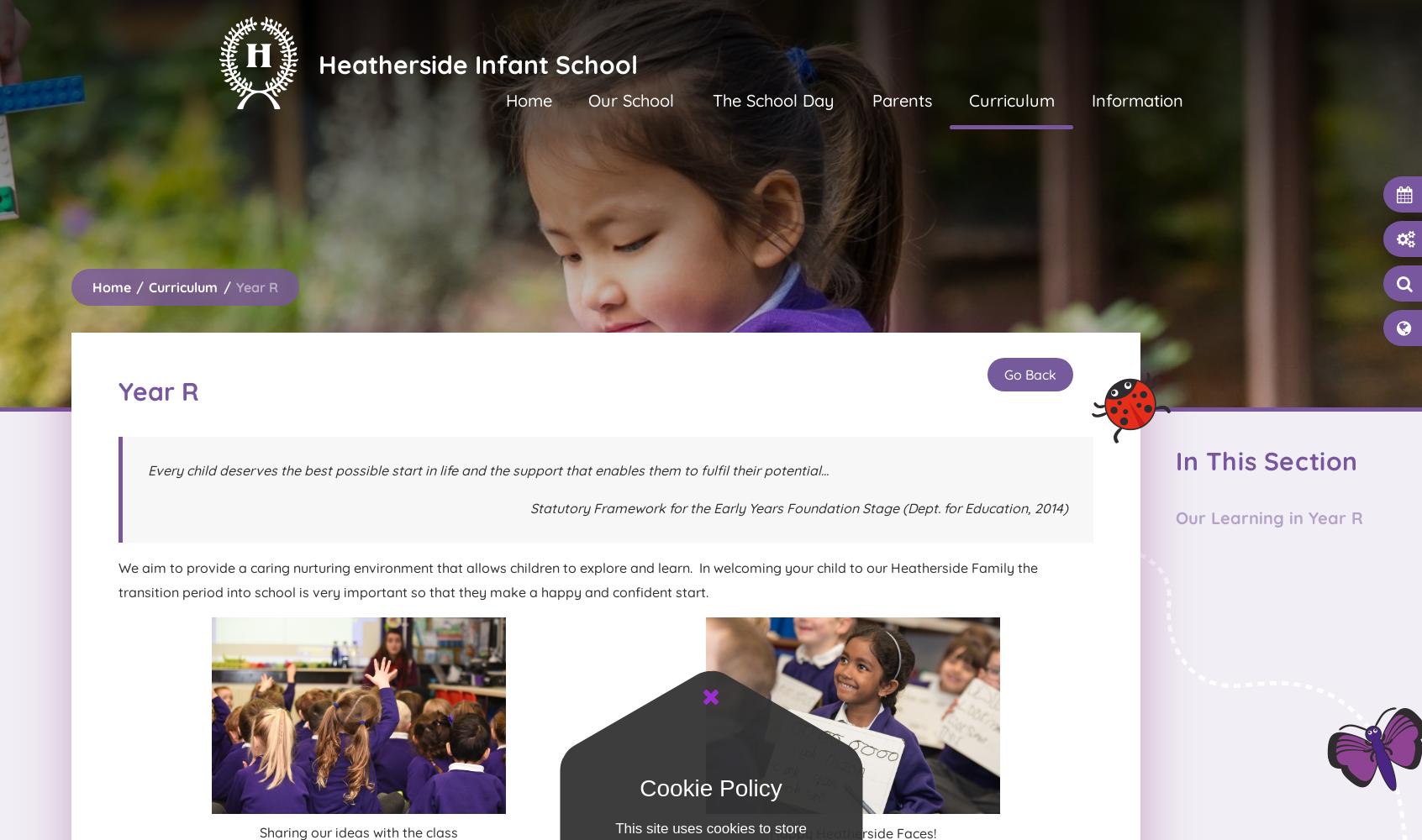  What do you see at coordinates (477, 64) in the screenshot?
I see `'Heatherside Infant School'` at bounding box center [477, 64].